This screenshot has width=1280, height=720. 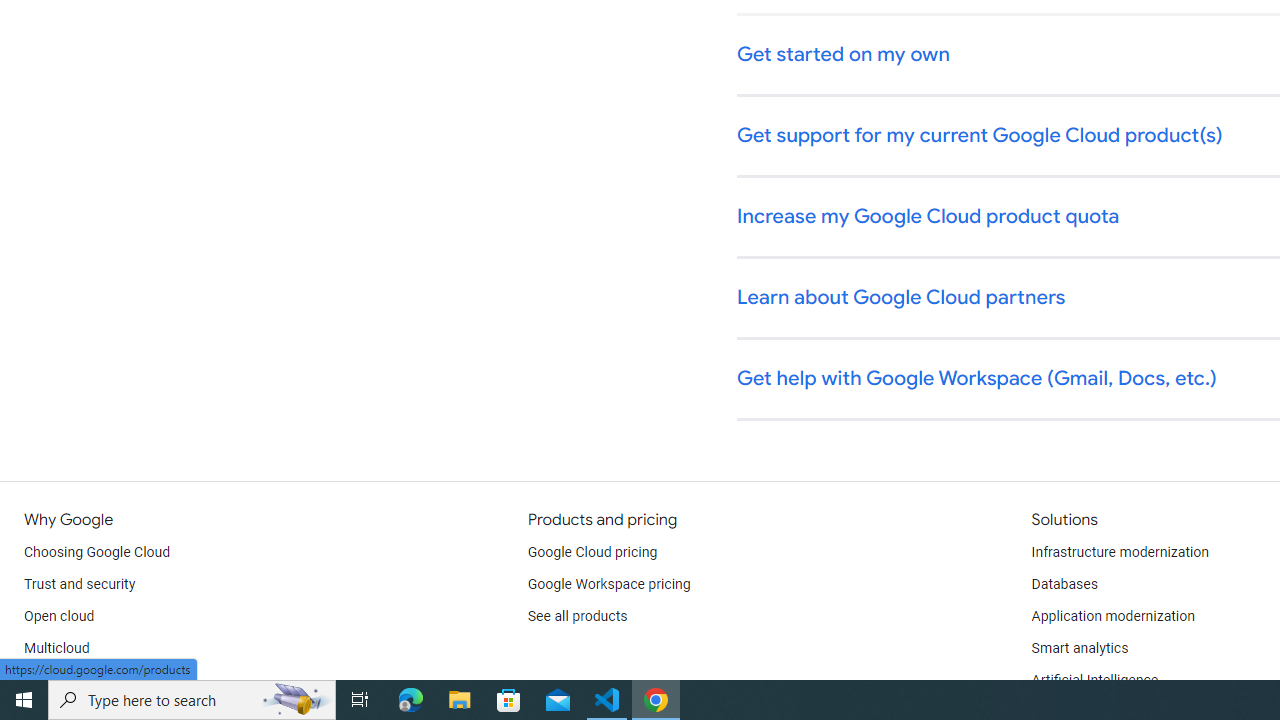 I want to click on 'Google Workspace pricing', so click(x=608, y=585).